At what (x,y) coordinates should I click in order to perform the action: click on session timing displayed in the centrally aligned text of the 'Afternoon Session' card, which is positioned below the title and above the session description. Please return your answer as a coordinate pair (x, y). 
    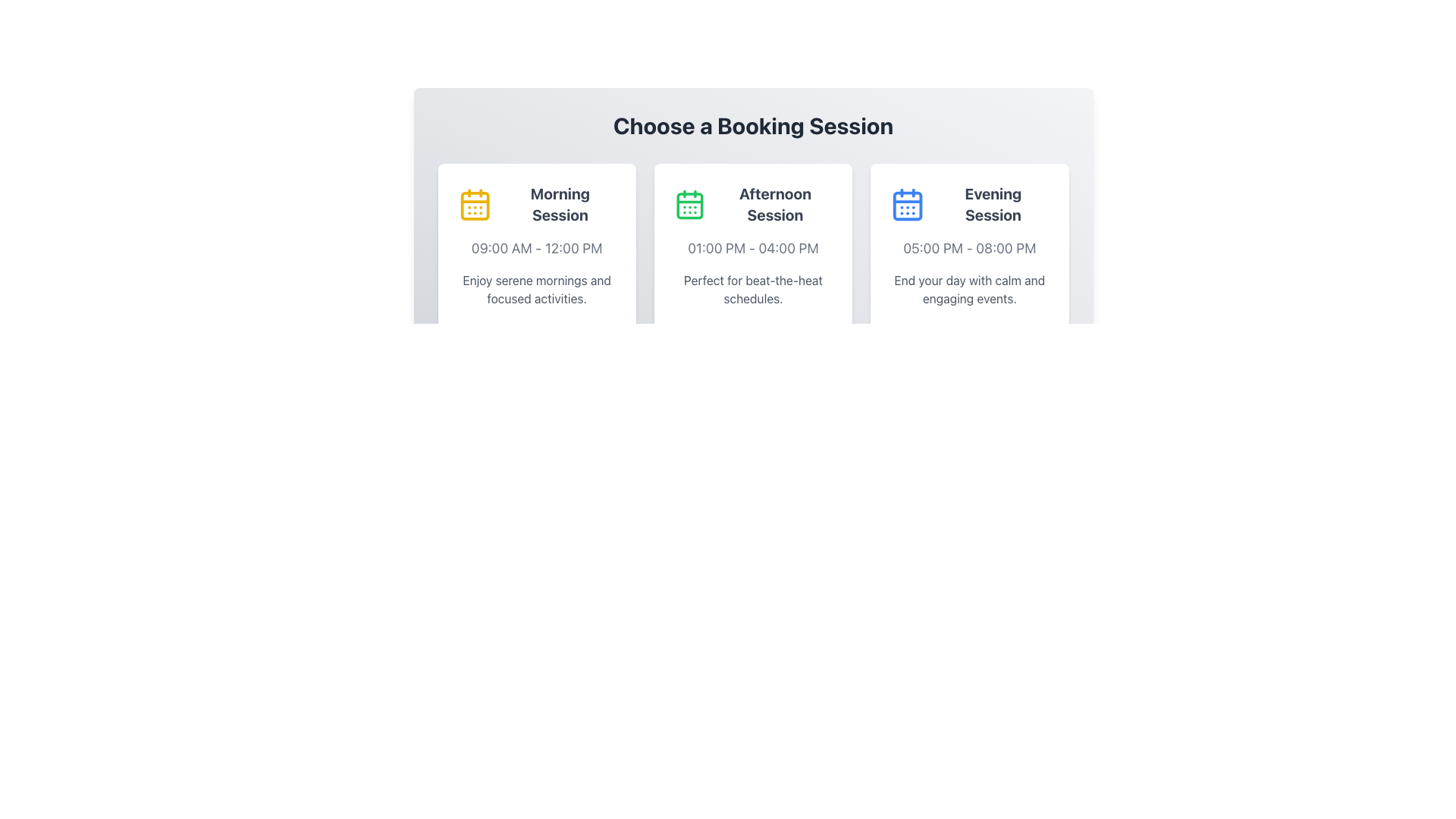
    Looking at the image, I should click on (753, 247).